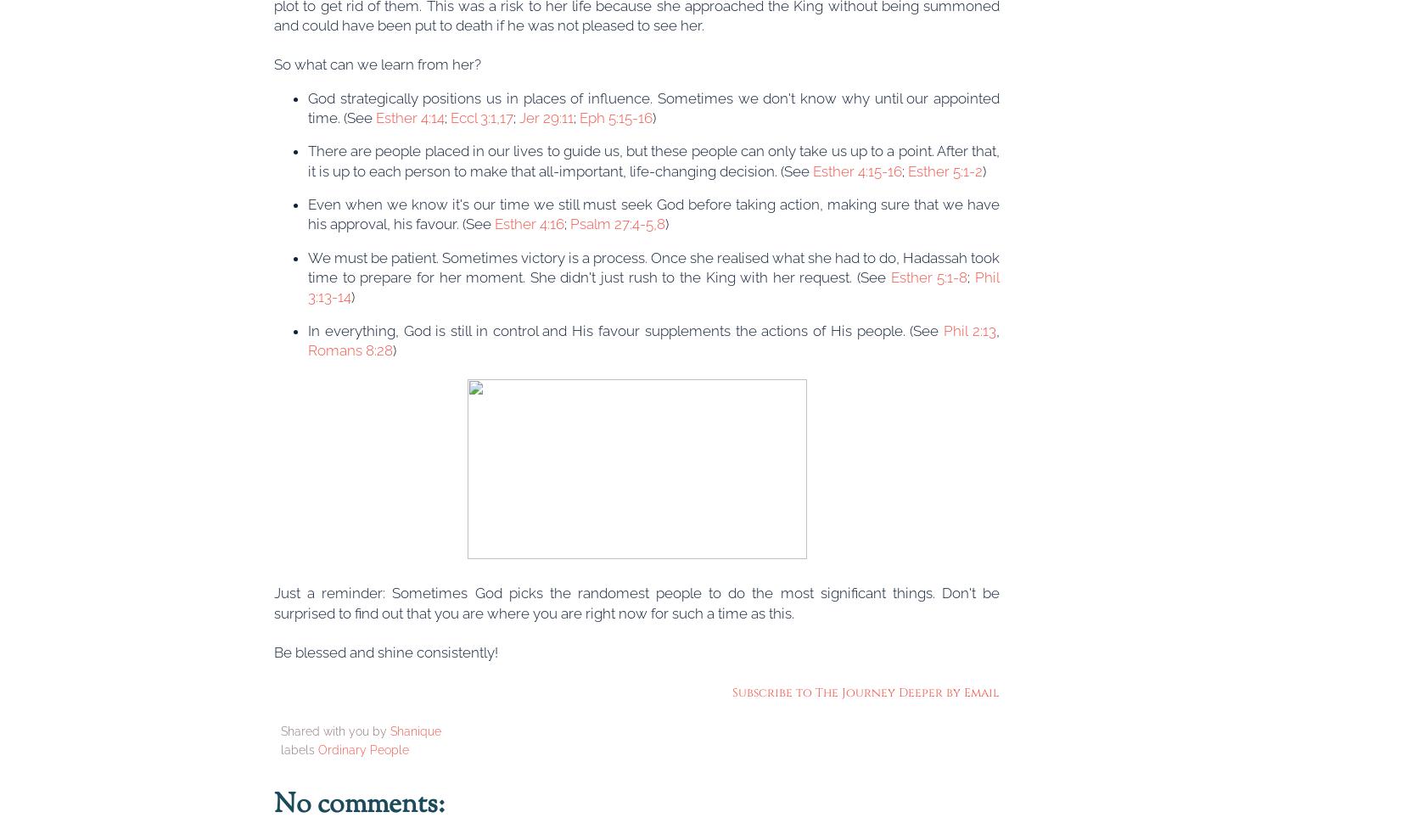  What do you see at coordinates (334, 731) in the screenshot?
I see `'Shared with you by'` at bounding box center [334, 731].